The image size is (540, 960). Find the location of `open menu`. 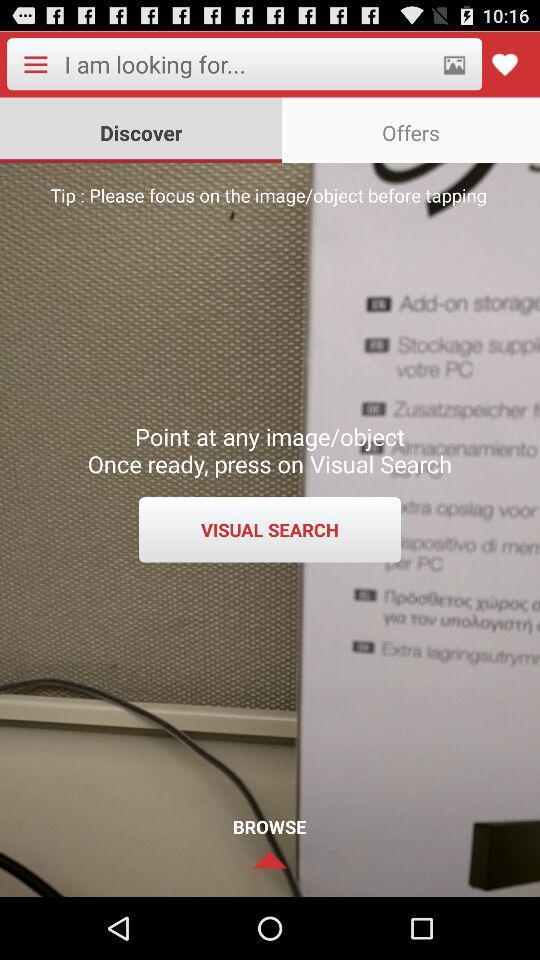

open menu is located at coordinates (35, 64).